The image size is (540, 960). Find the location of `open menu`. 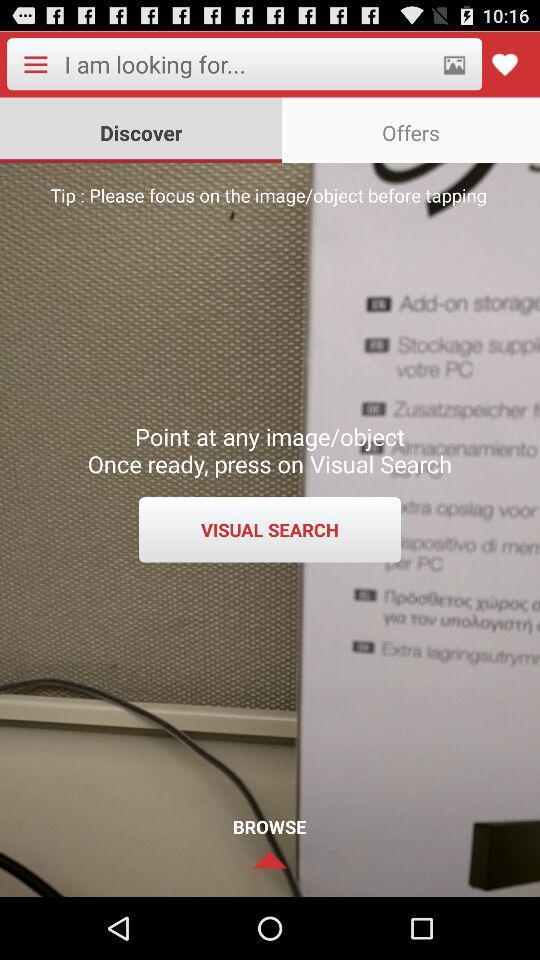

open menu is located at coordinates (35, 64).